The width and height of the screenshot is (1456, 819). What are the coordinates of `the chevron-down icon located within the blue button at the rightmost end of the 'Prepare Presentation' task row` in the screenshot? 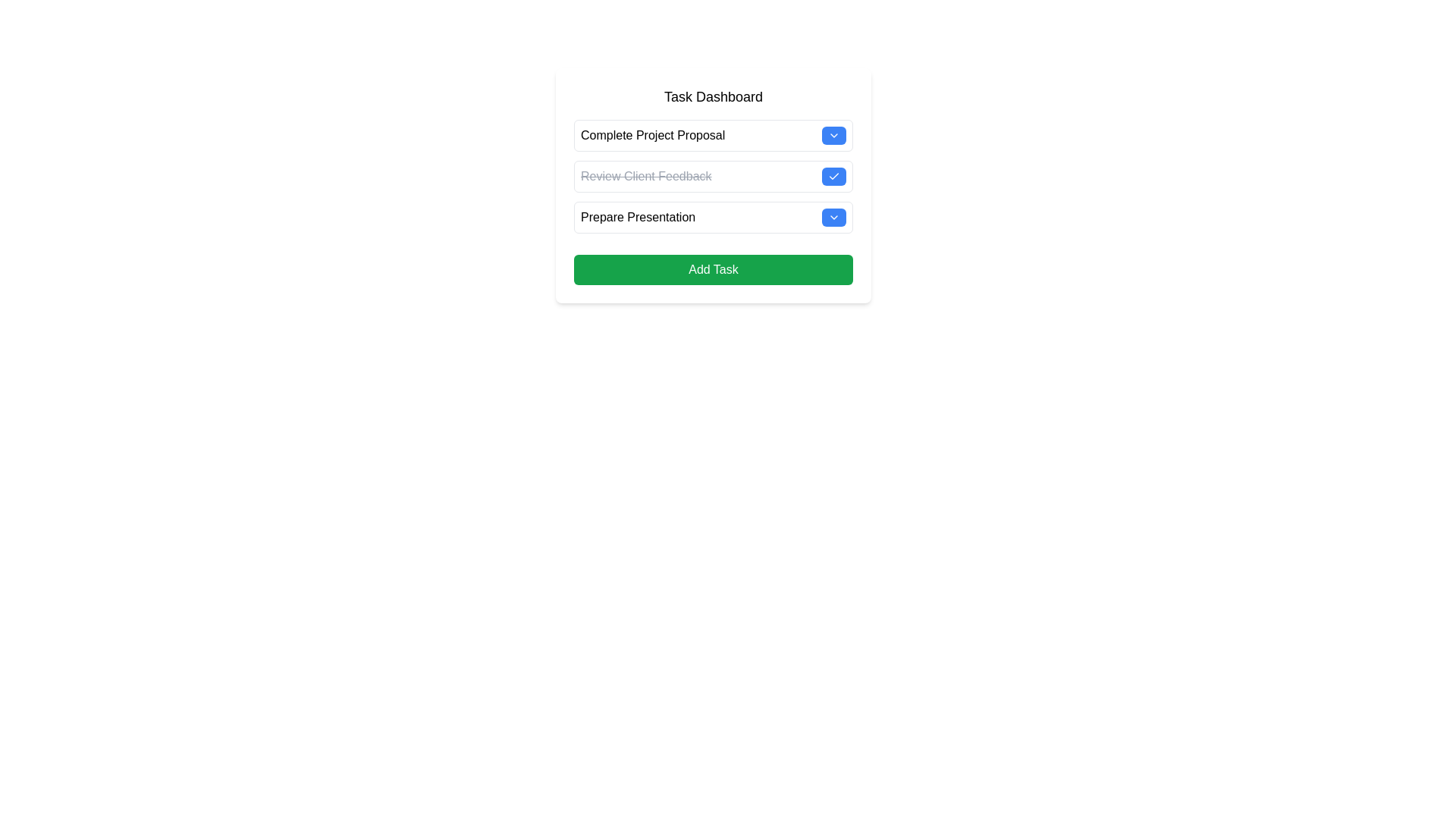 It's located at (833, 217).